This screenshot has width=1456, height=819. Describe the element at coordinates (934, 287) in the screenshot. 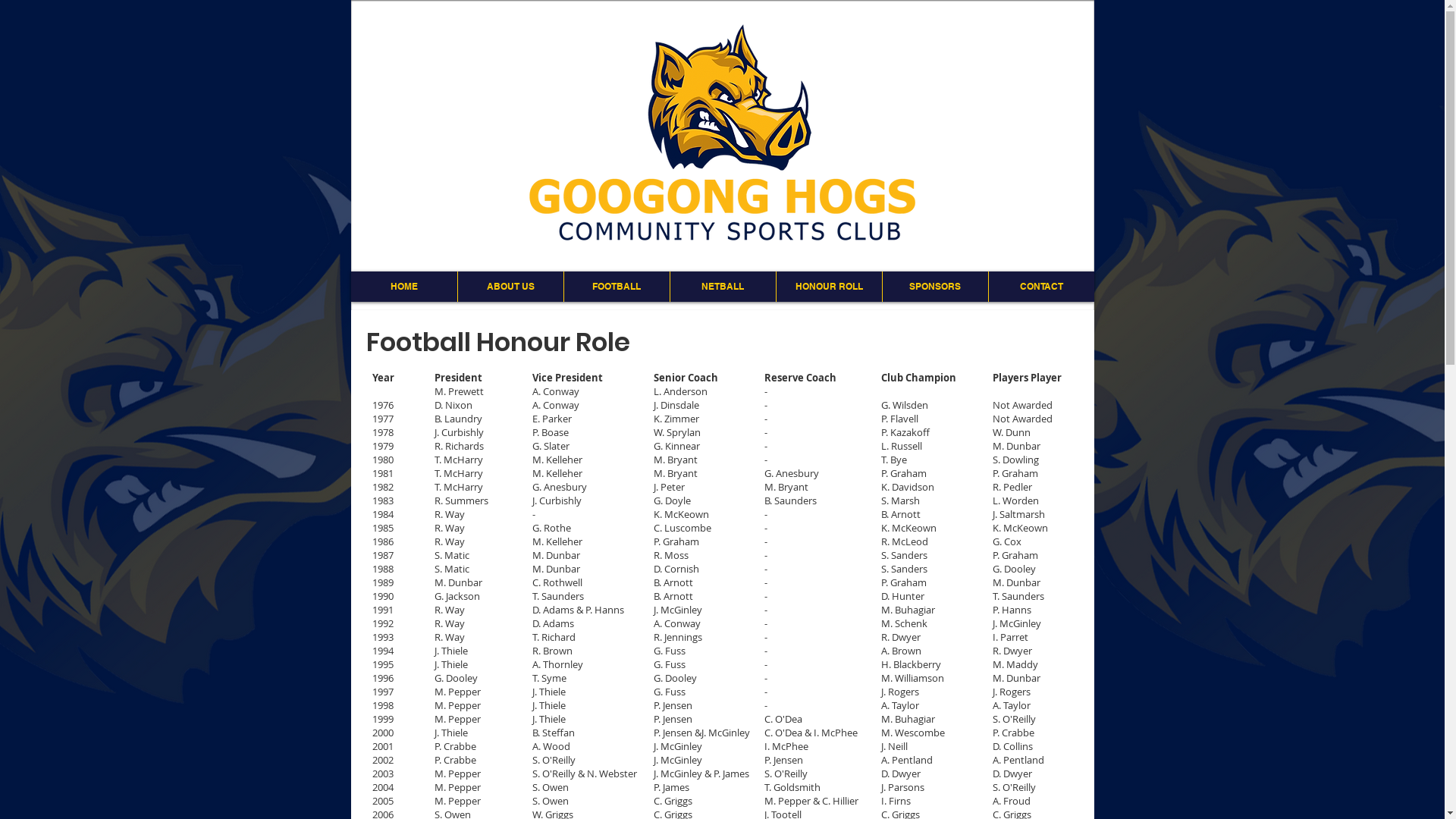

I see `'SPONSORS'` at that location.